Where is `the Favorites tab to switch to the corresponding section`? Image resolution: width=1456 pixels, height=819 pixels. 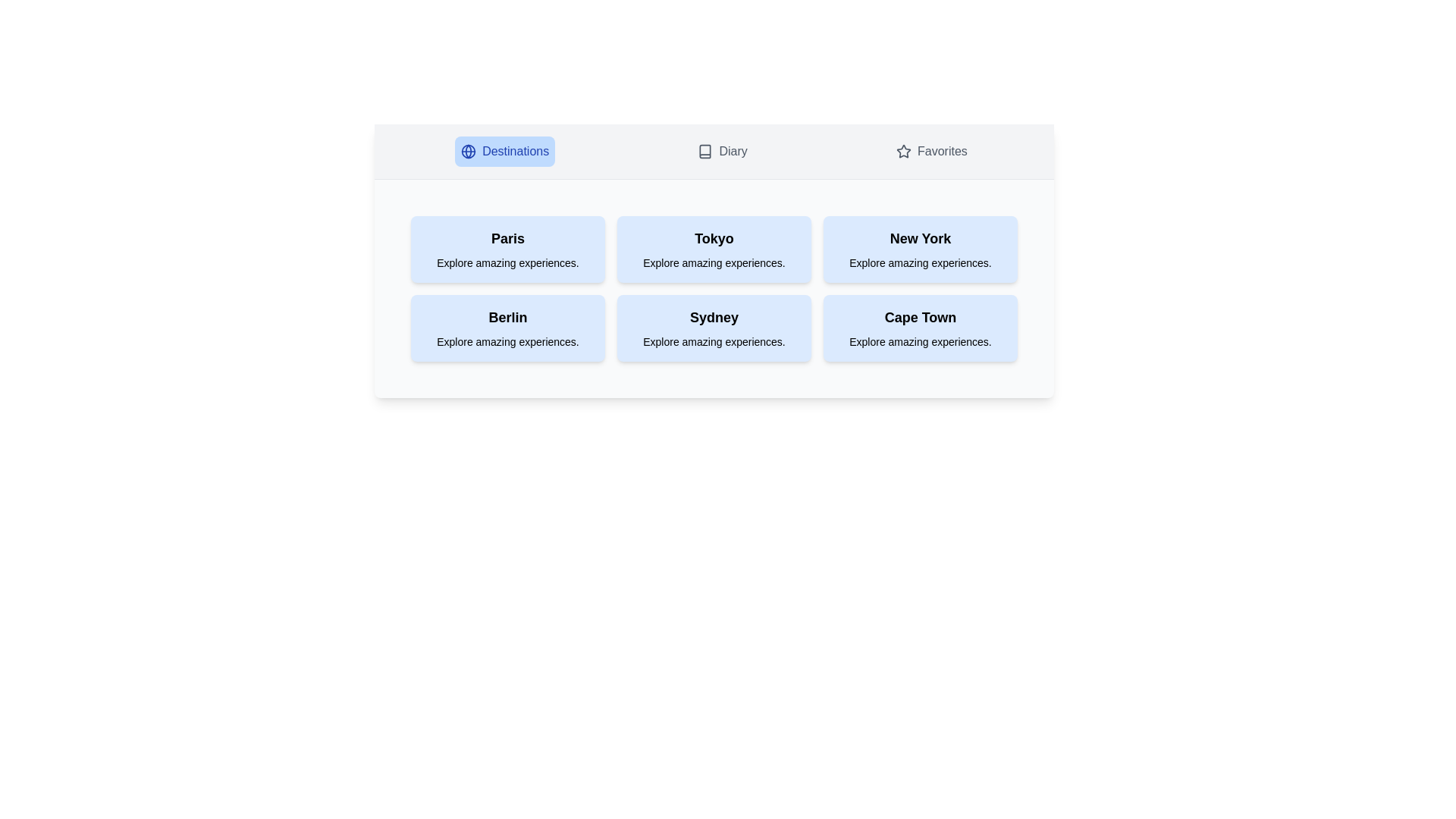 the Favorites tab to switch to the corresponding section is located at coordinates (930, 152).